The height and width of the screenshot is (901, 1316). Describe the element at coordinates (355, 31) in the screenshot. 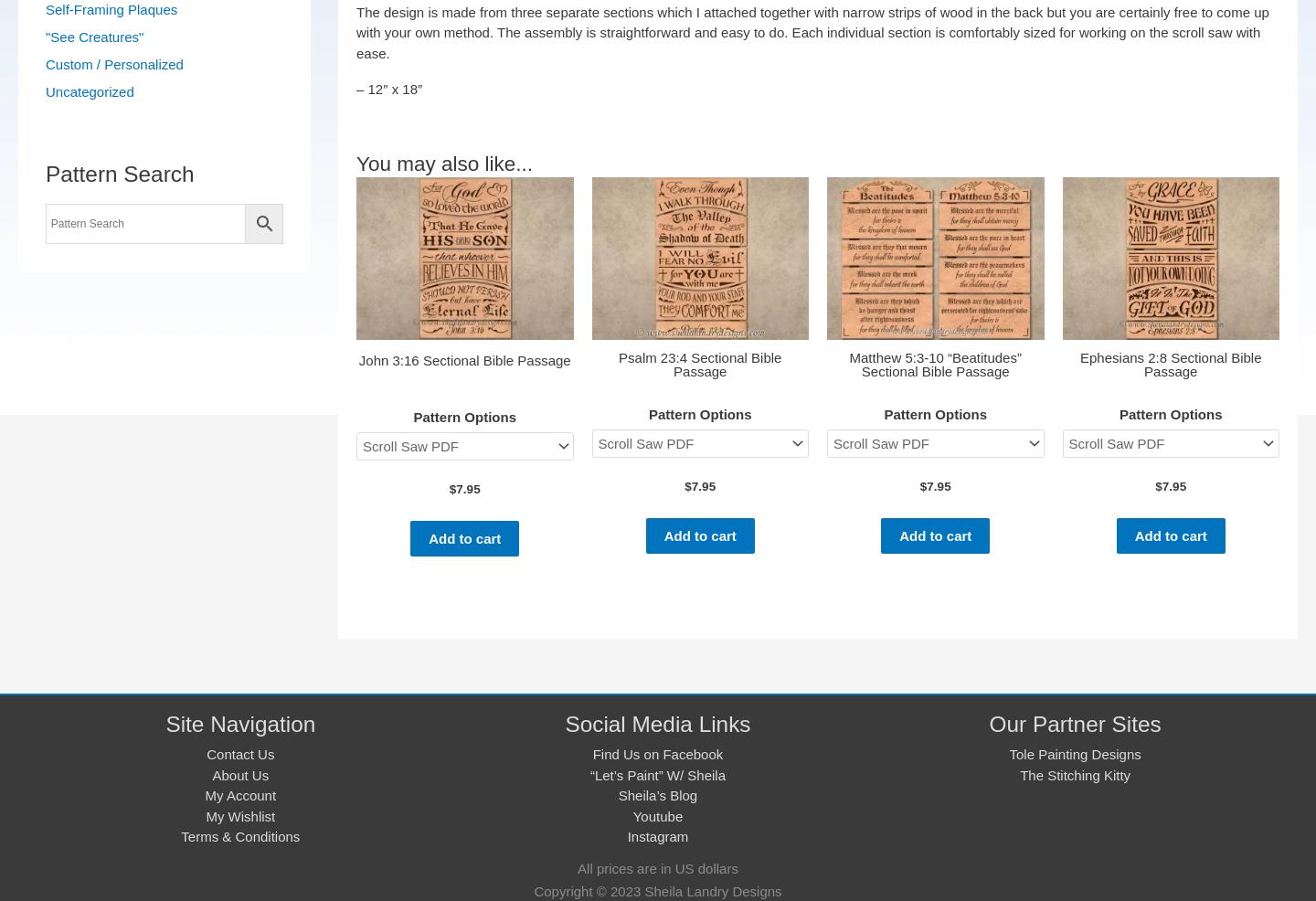

I see `'The design is made from three separate sections which I attached together with narrow strips of wood in the back but you are certainly free to come up with your own method. The assembly is straightforward and easy to do. Each individual section is comfortably sized for working on the scroll saw with ease.'` at that location.